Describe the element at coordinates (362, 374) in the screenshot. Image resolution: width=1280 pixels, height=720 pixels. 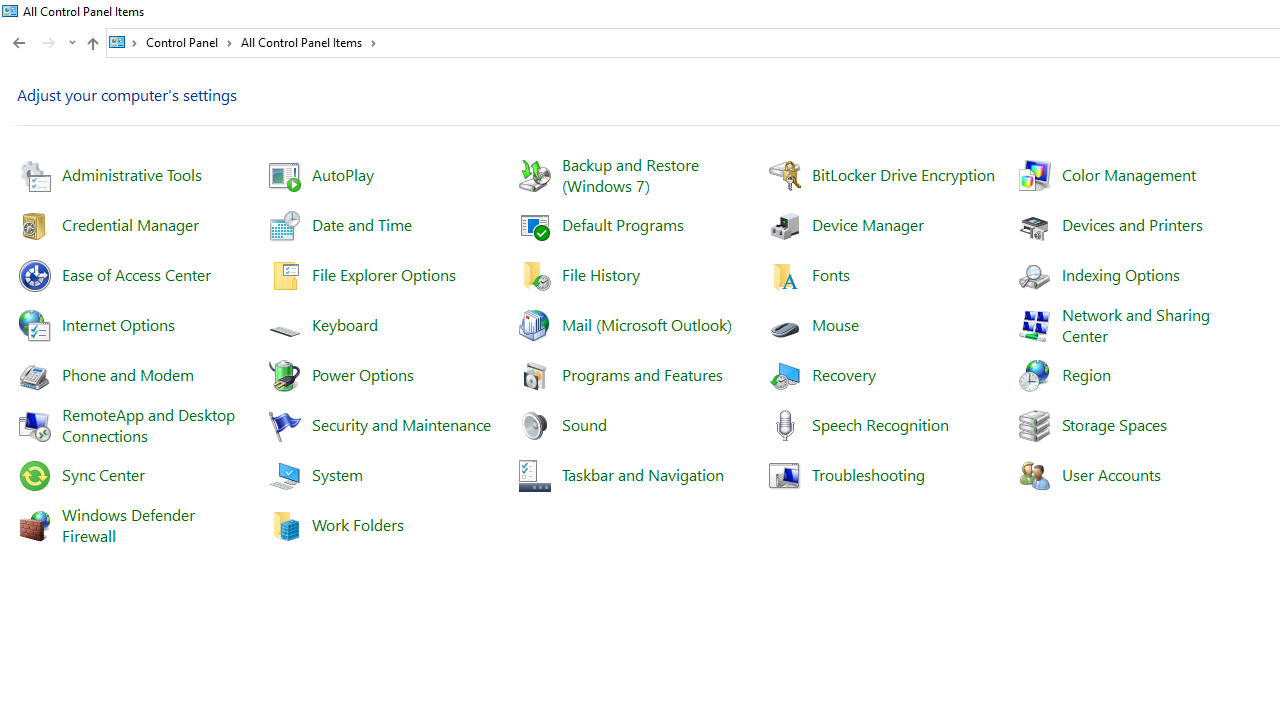
I see `'Power Options'` at that location.